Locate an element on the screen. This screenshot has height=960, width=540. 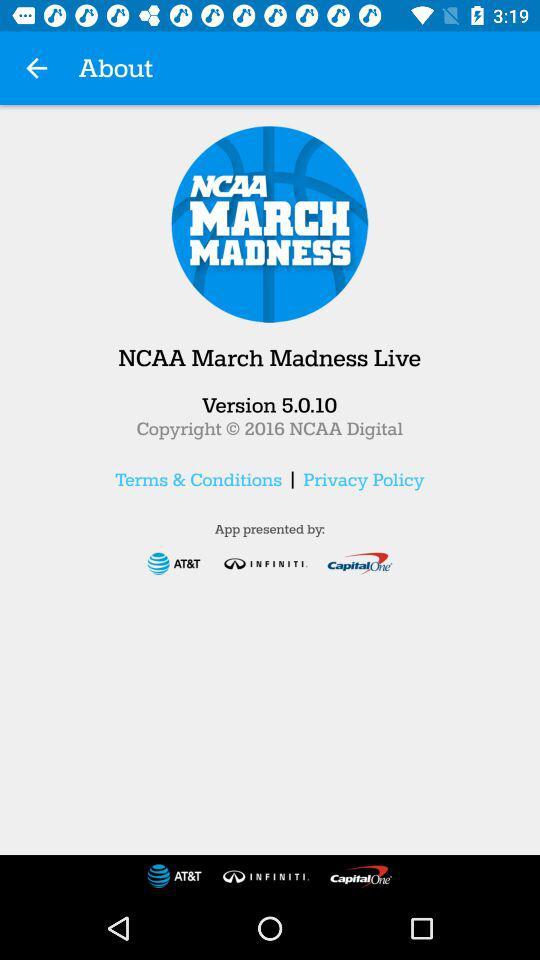
item above app presented by: item is located at coordinates (198, 479).